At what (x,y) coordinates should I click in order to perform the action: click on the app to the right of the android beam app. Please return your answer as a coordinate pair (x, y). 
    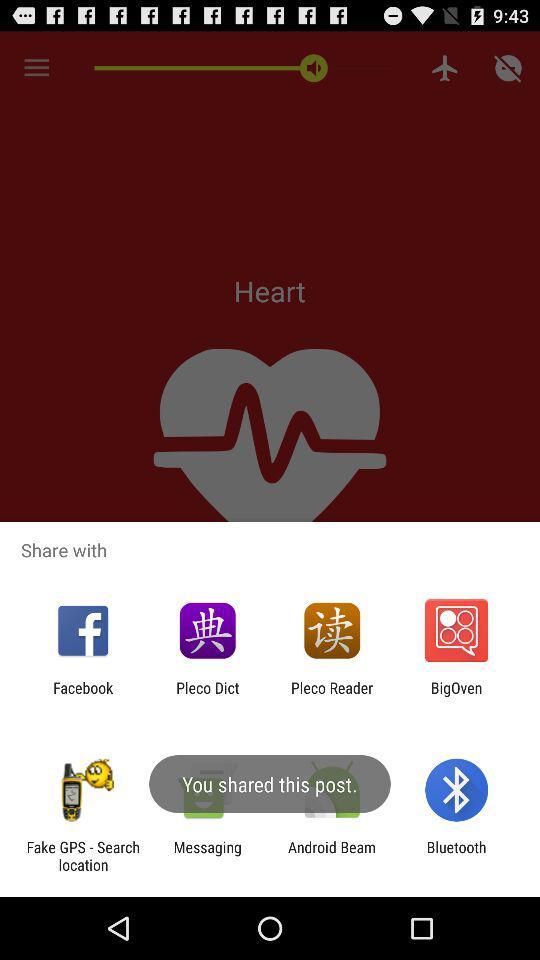
    Looking at the image, I should click on (456, 855).